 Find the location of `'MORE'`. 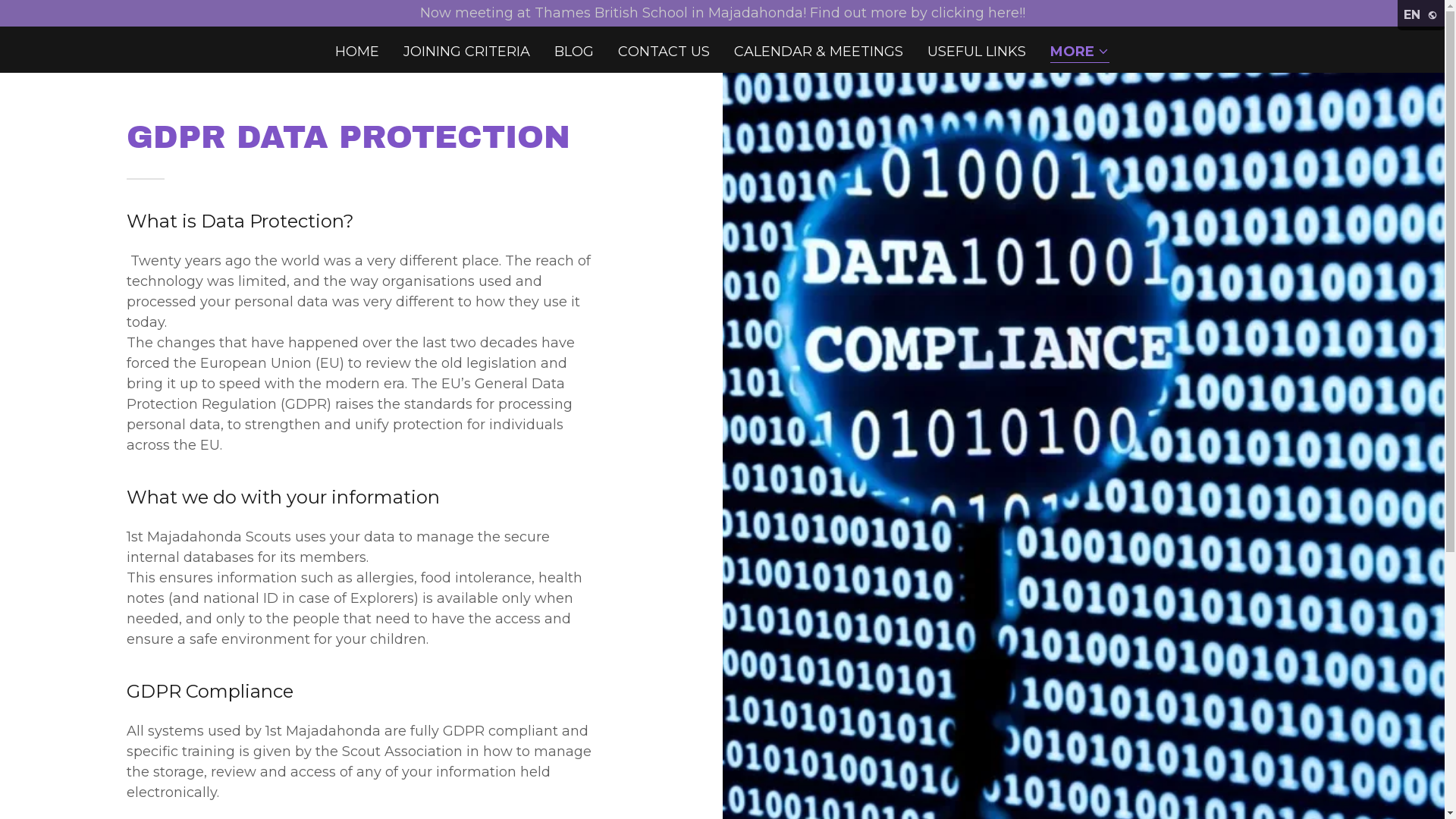

'MORE' is located at coordinates (1079, 52).